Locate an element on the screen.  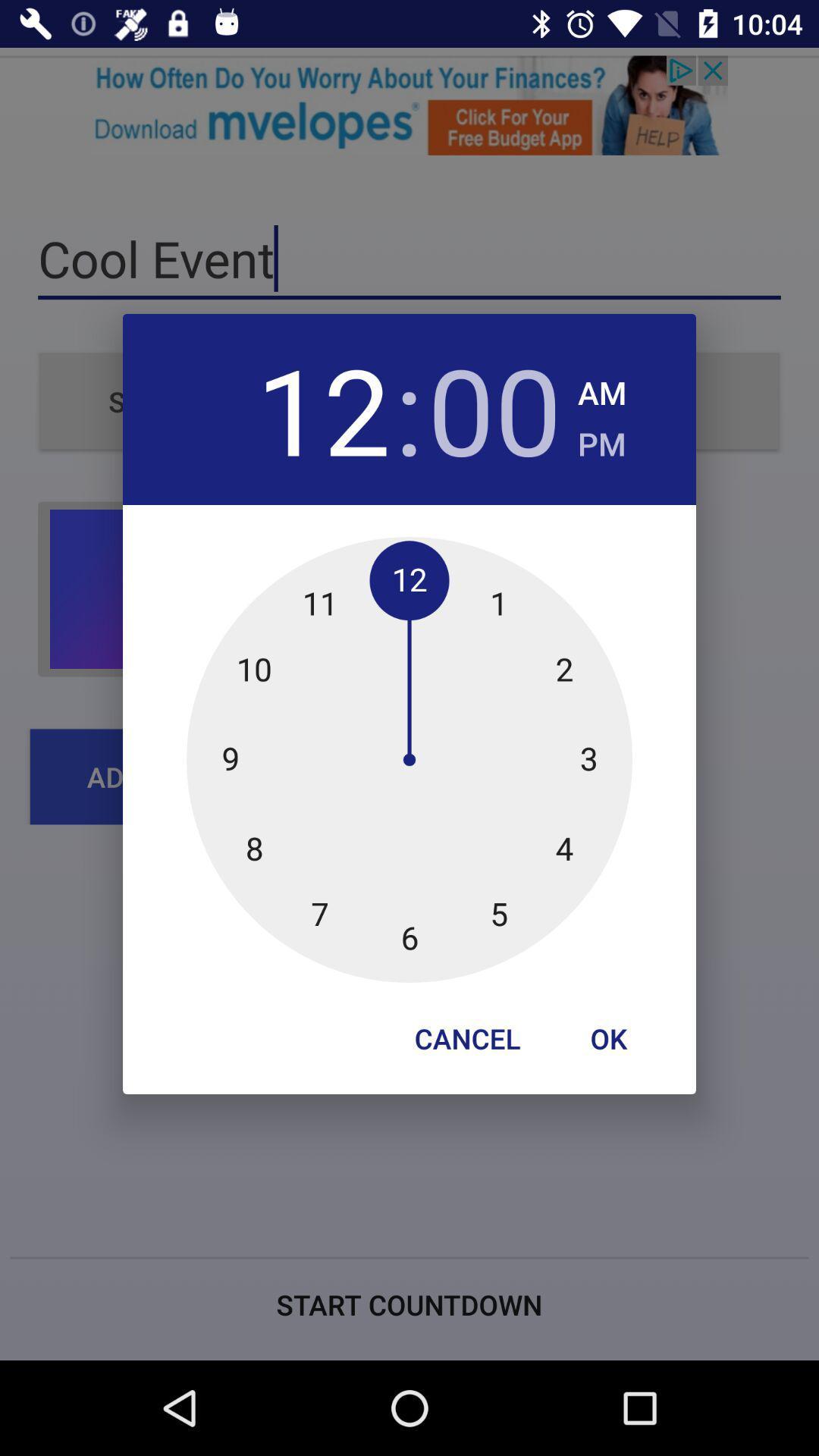
the icon to the left of am checkbox is located at coordinates (494, 409).